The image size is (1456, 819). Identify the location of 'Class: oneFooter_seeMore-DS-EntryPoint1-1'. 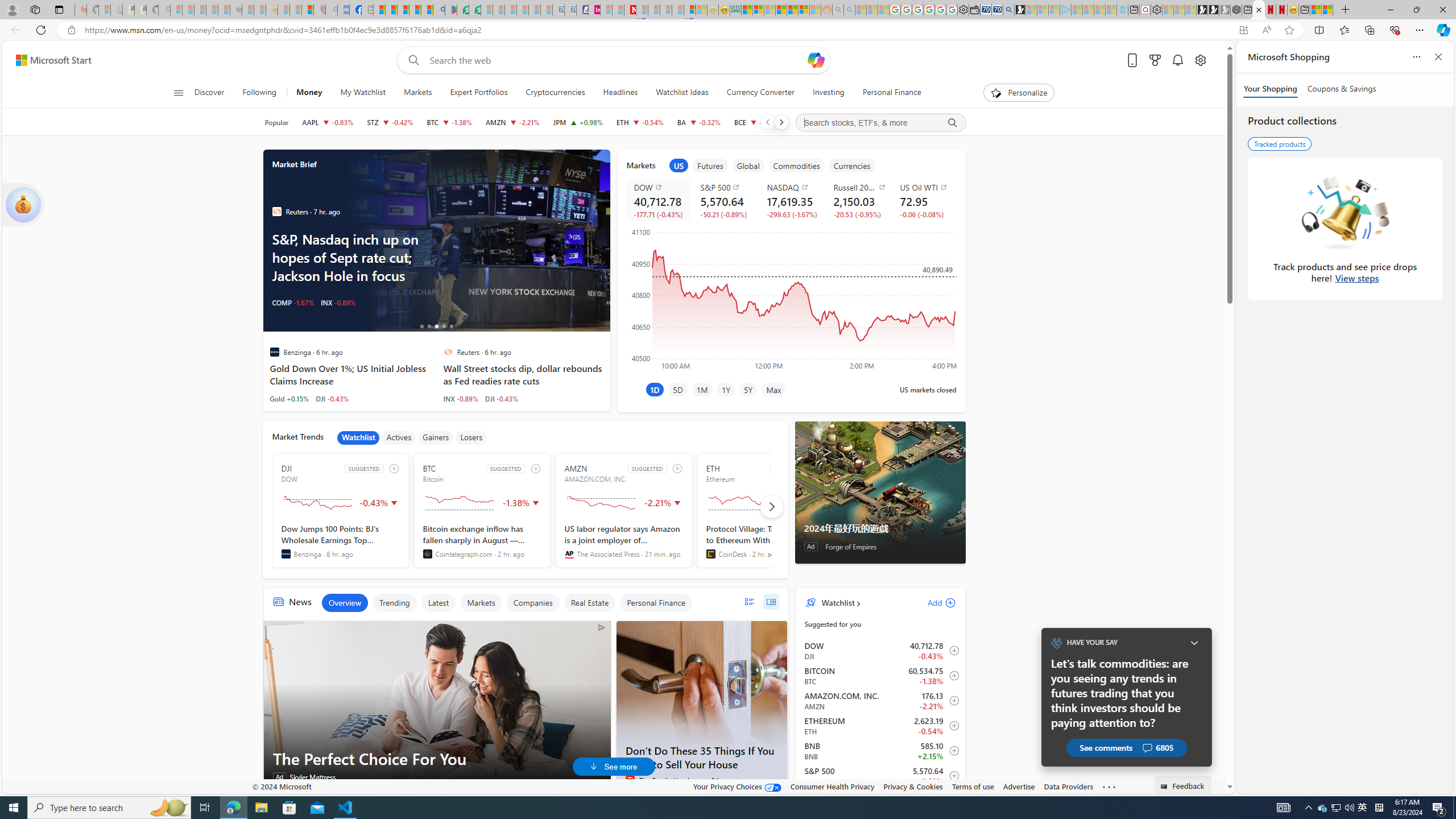
(1108, 786).